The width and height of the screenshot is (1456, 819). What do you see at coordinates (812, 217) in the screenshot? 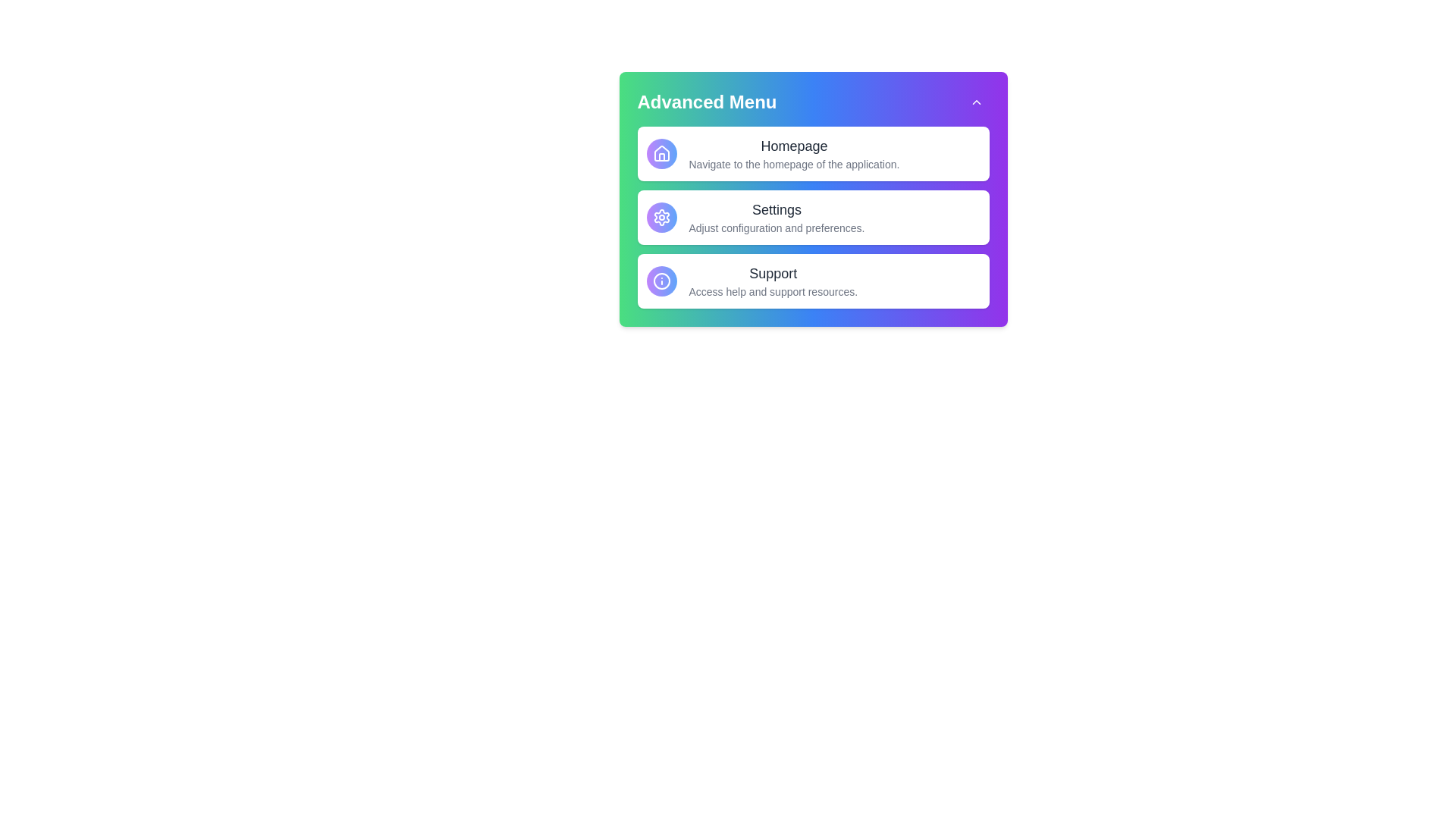
I see `the menu item titled 'Settings' to reveal its tooltip or additional information` at bounding box center [812, 217].